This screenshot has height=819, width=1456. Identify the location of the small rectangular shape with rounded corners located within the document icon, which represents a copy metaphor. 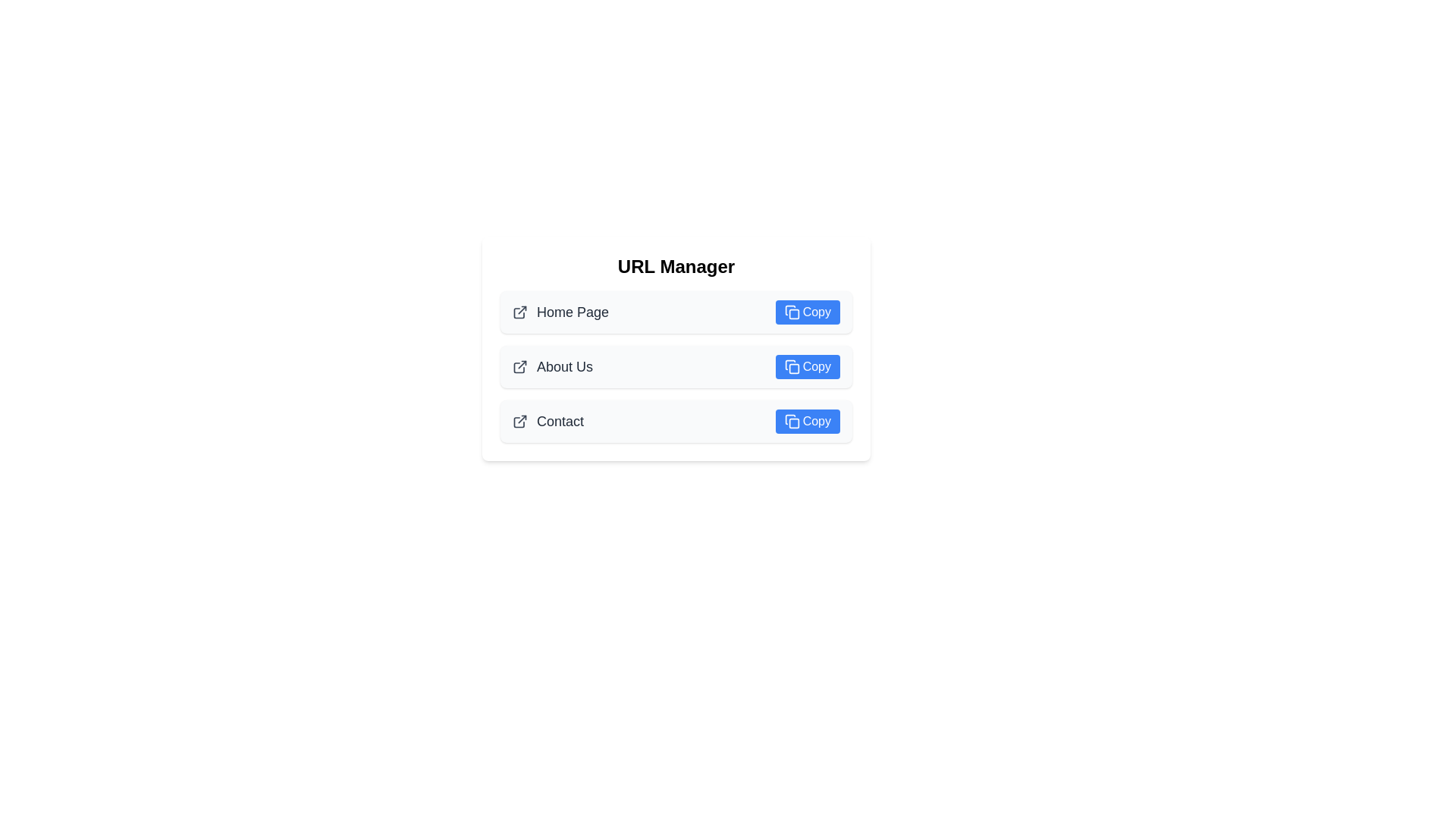
(793, 313).